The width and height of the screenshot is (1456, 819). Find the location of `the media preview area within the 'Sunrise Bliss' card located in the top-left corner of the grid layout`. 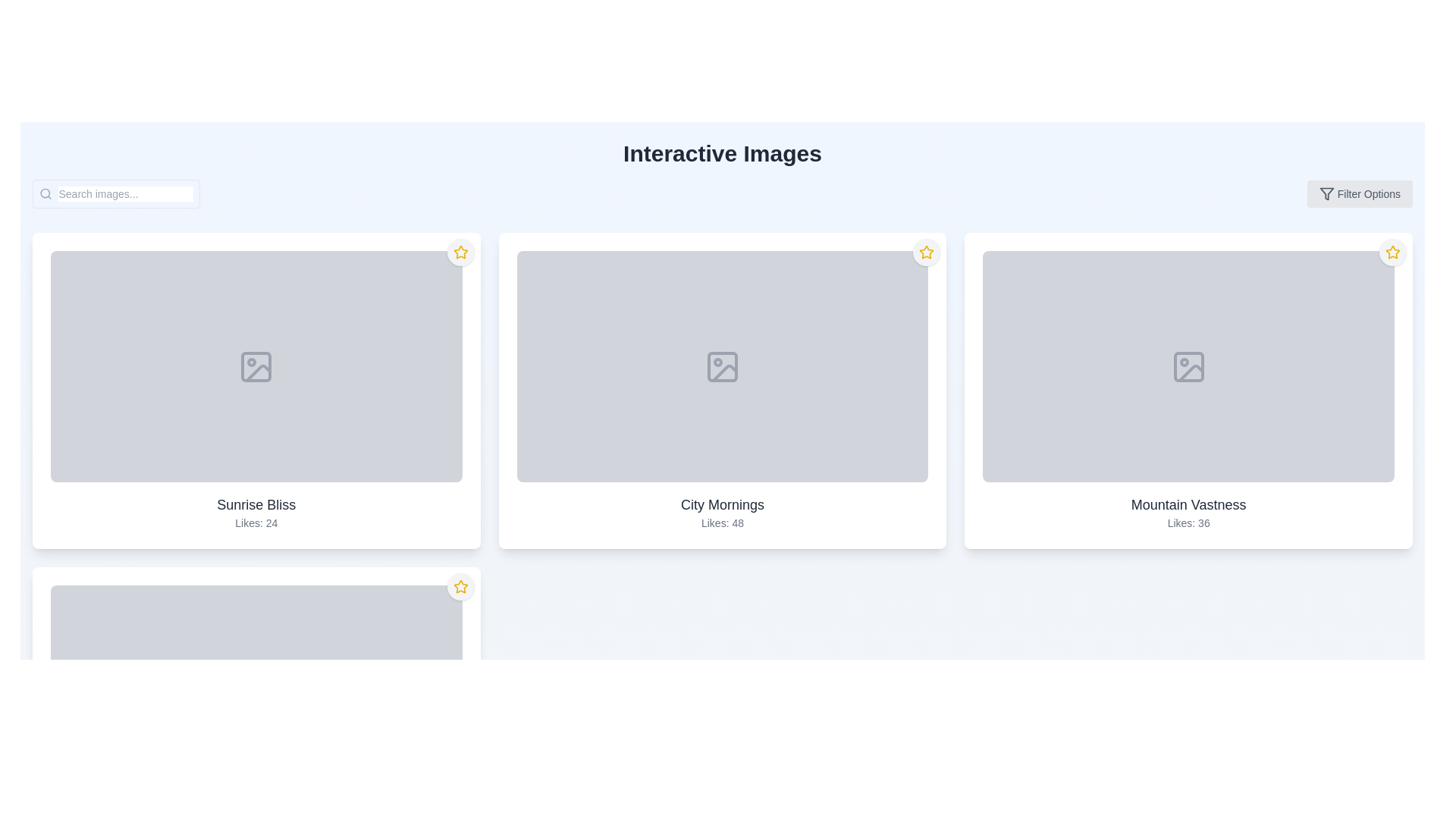

the media preview area within the 'Sunrise Bliss' card located in the top-left corner of the grid layout is located at coordinates (256, 366).